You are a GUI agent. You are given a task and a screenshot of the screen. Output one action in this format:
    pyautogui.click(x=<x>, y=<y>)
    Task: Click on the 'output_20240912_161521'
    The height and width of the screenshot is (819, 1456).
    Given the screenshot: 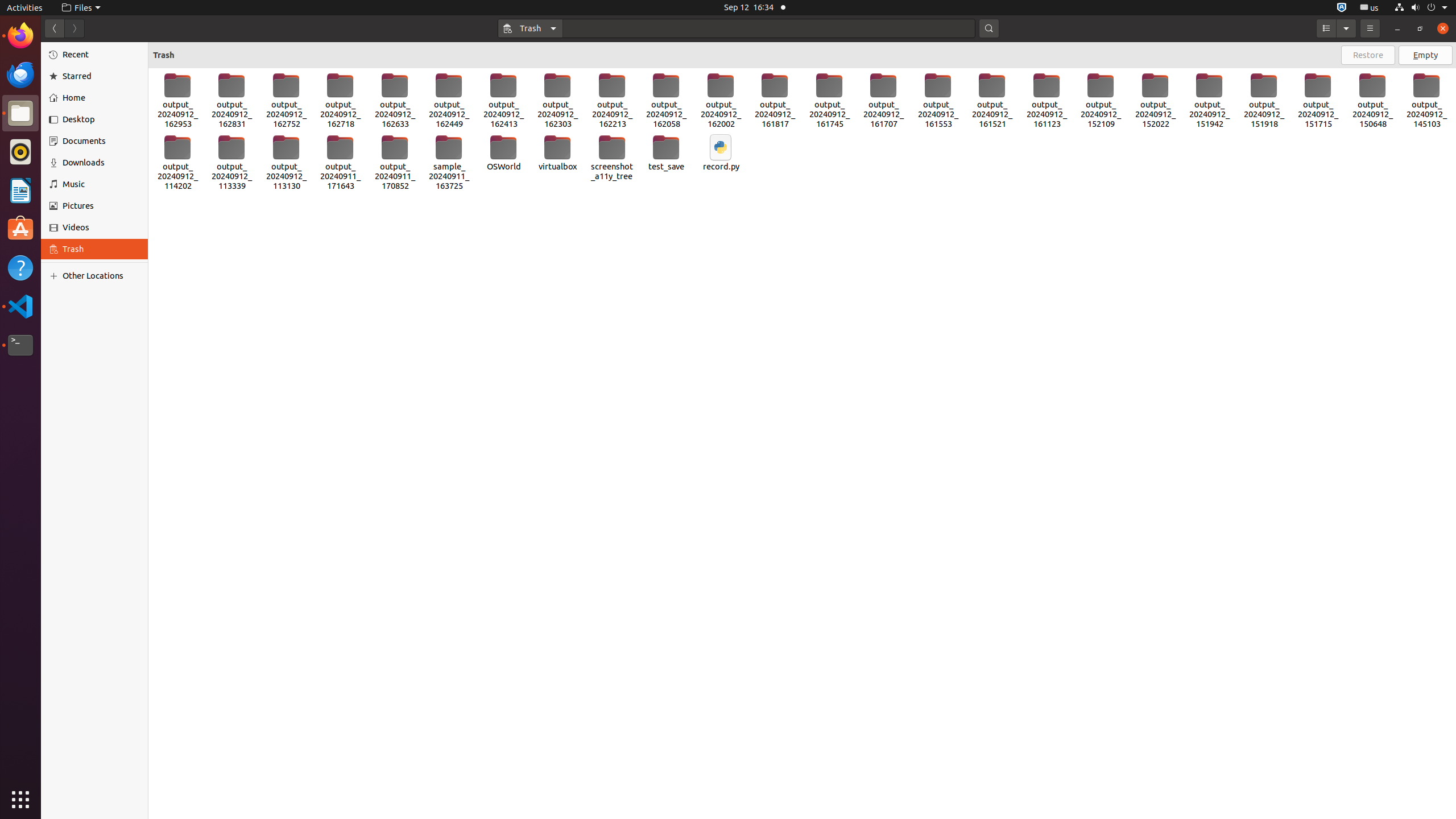 What is the action you would take?
    pyautogui.click(x=992, y=100)
    